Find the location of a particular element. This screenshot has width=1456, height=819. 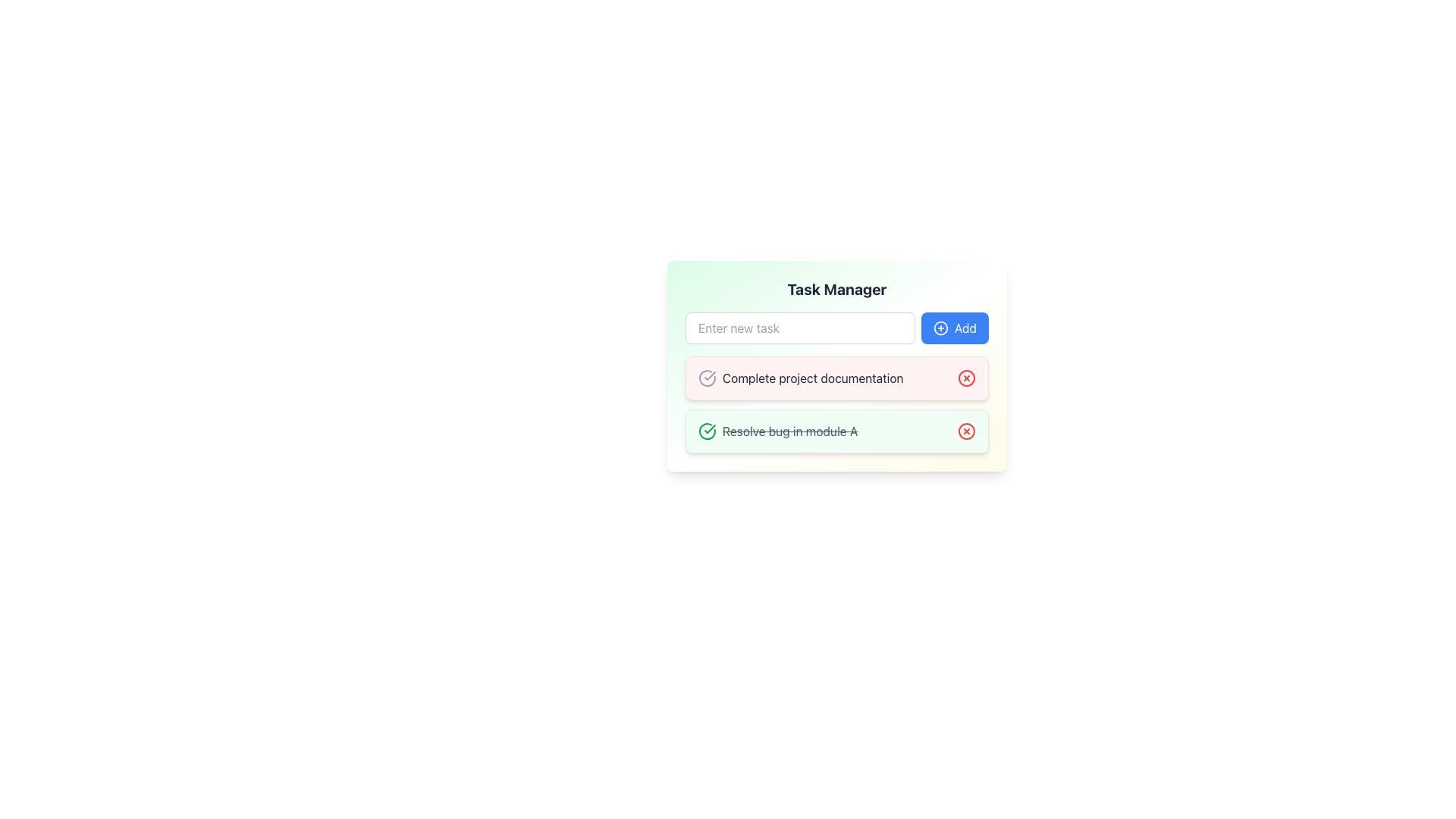

the text element displaying 'Complete project documentation' in dark gray within the task management interface, located in the second row of the task list is located at coordinates (812, 377).